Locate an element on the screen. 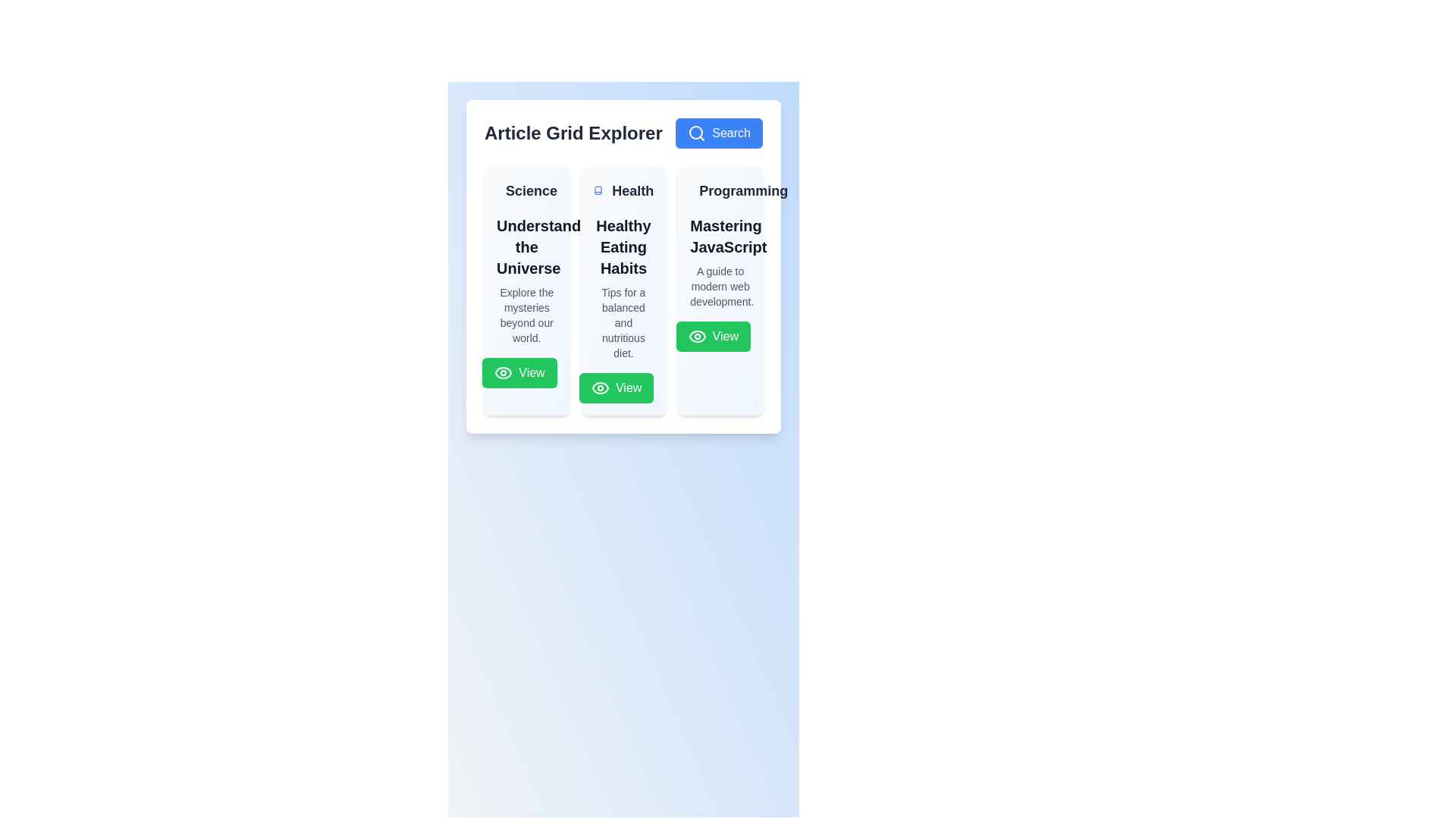  the green button labeled 'View' with an eye icon located at the bottom right of the 'Understanding the Universe' card is located at coordinates (526, 373).